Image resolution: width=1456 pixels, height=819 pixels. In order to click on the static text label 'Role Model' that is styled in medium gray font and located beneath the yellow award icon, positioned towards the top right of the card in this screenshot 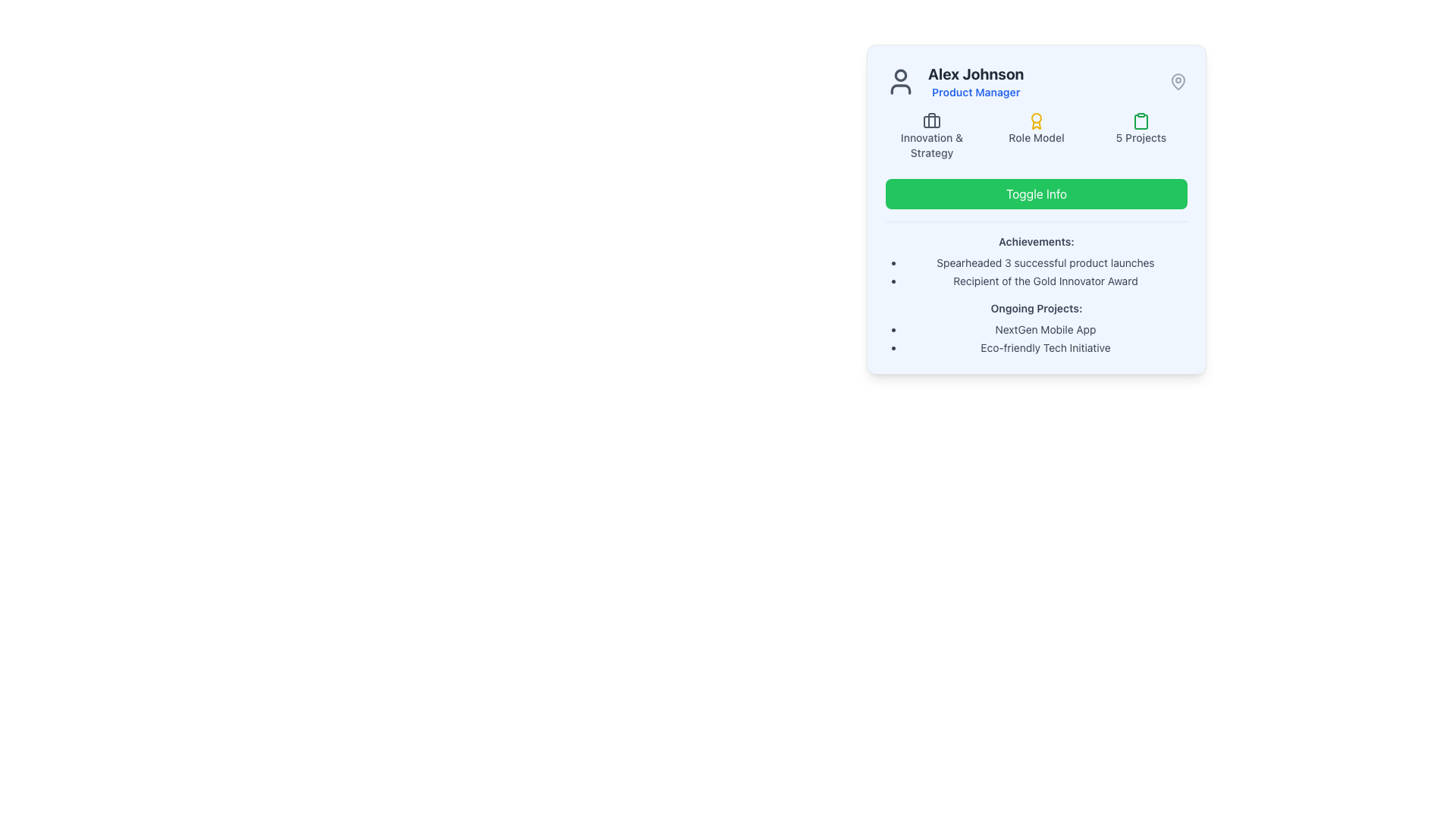, I will do `click(1036, 137)`.